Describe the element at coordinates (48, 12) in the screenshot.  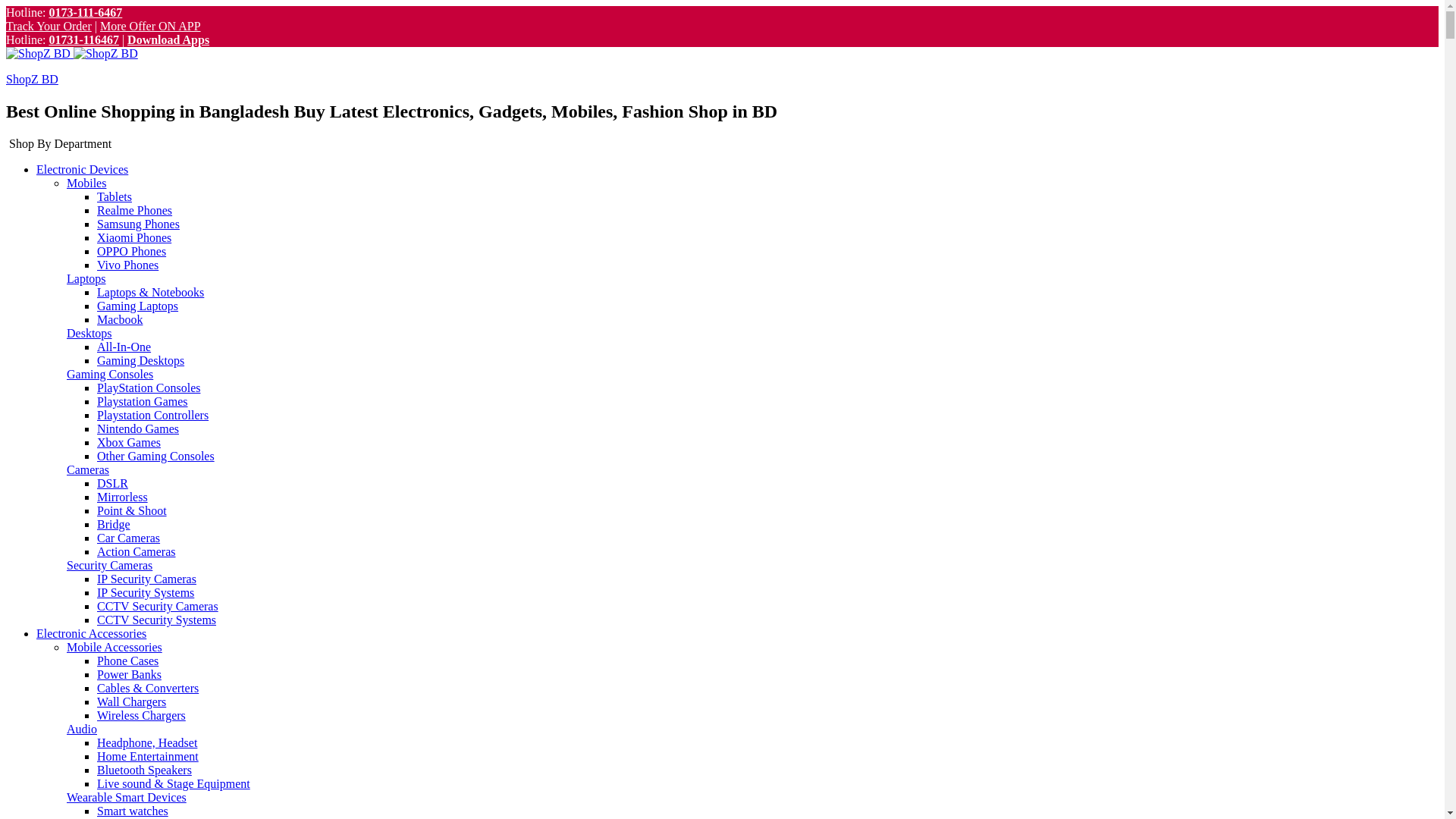
I see `'0173-111-6467'` at that location.